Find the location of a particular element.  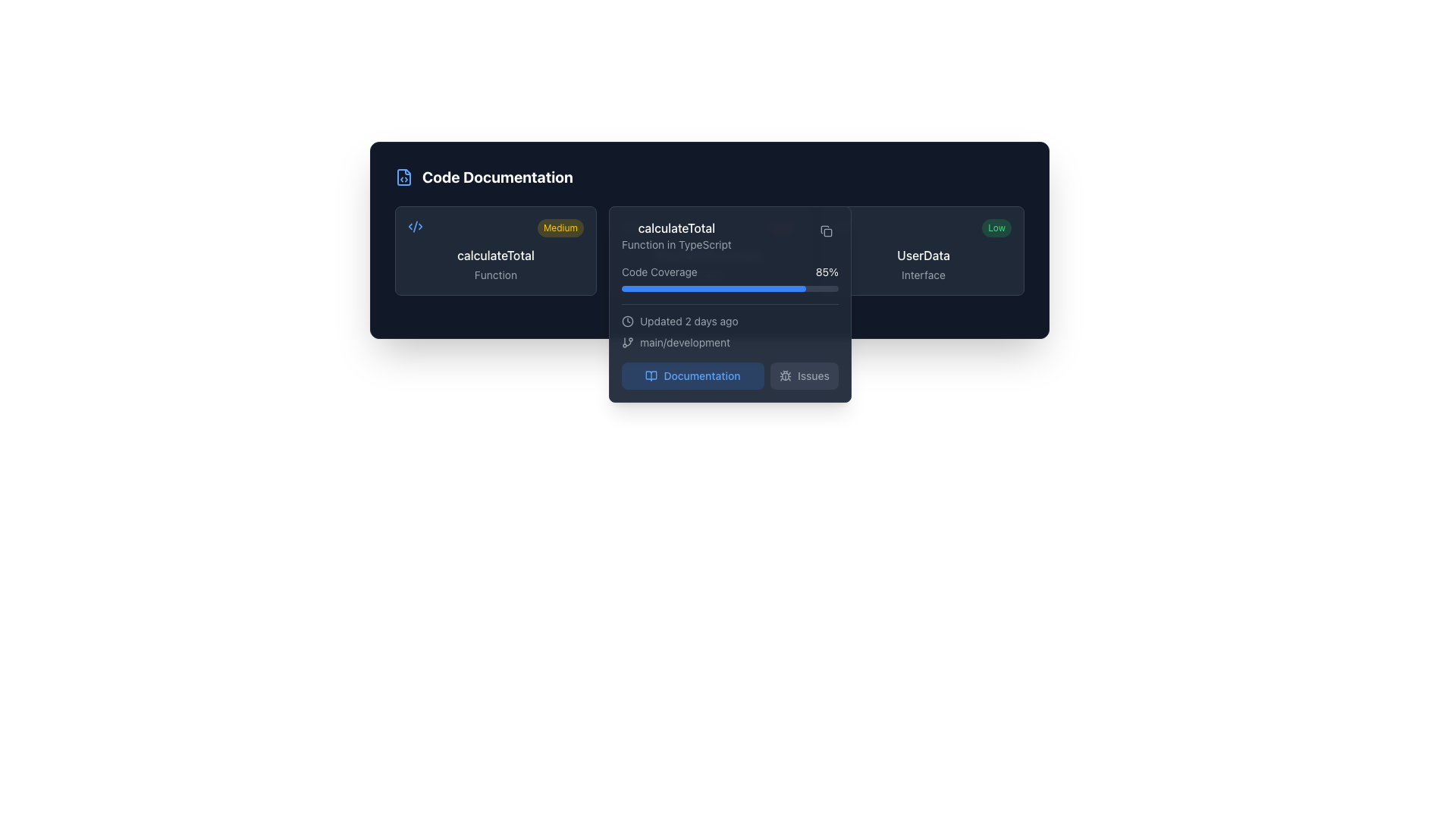

the copy button located in the top-right corner of the card associated with the 'calculateTotal' function to initiate a copy operation is located at coordinates (825, 231).